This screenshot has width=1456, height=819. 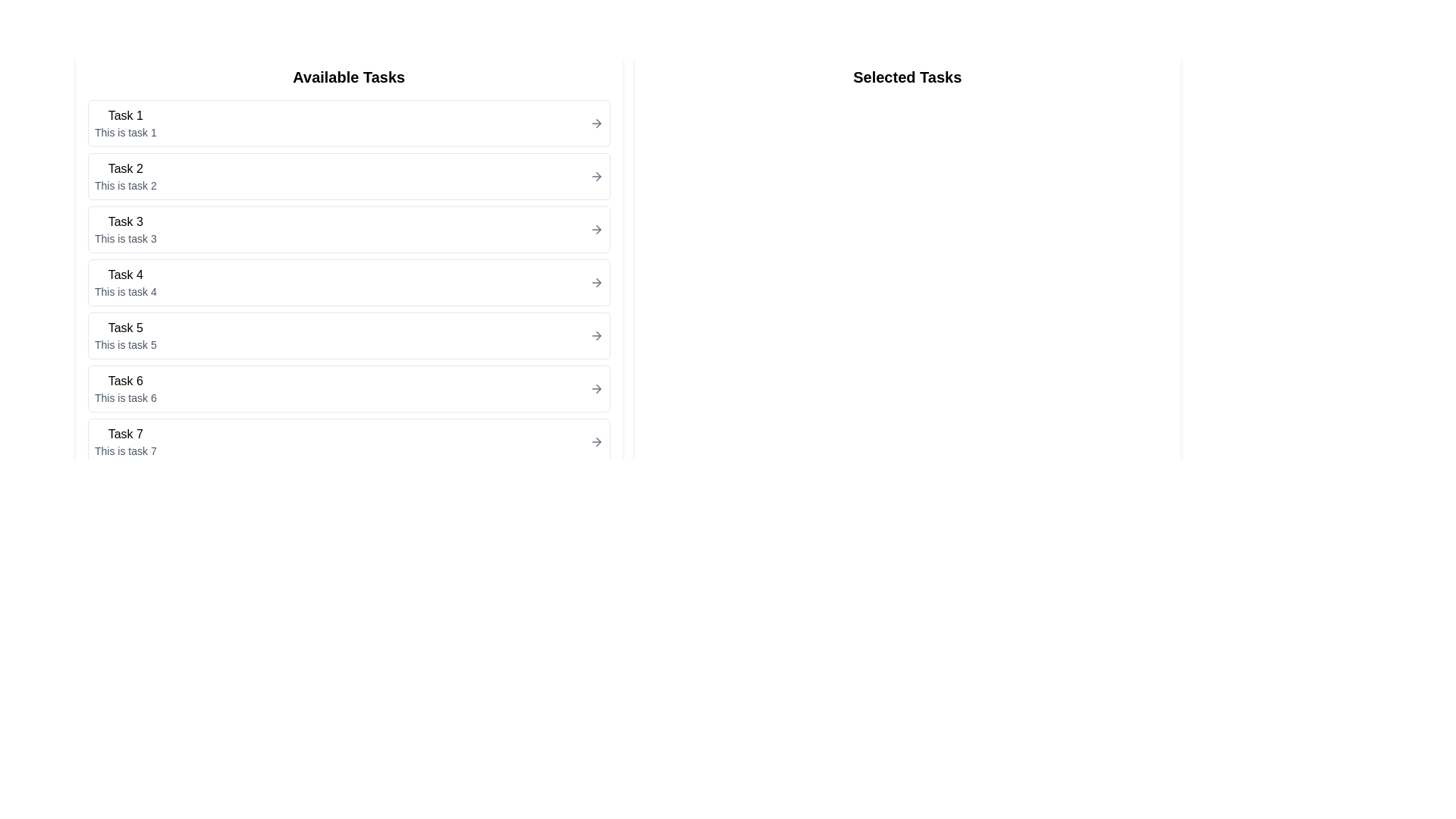 I want to click on the arrow icon located on the right side of the second task entry under the 'Available Tasks' column, so click(x=595, y=175).